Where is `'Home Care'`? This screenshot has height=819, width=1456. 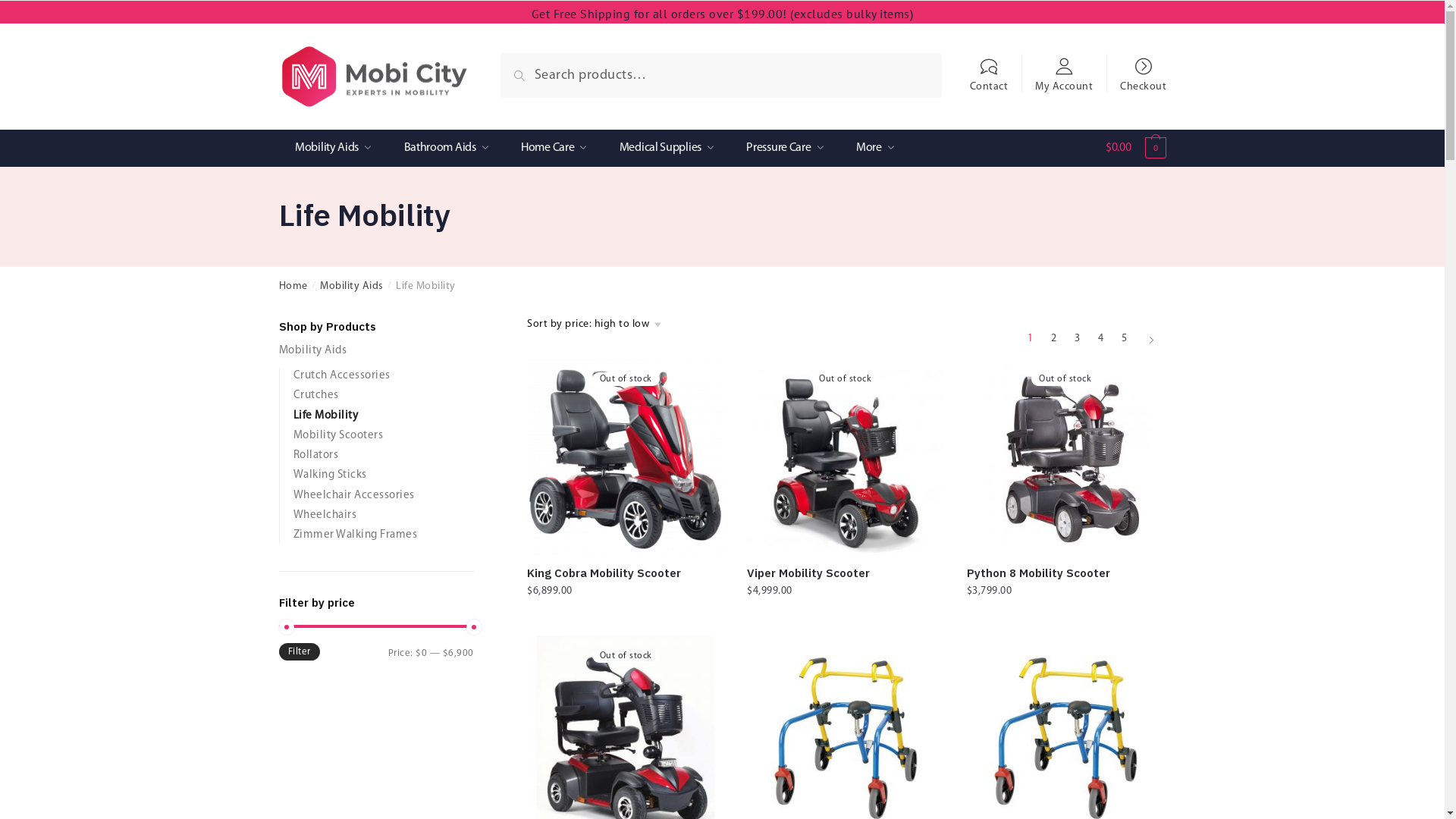 'Home Care' is located at coordinates (553, 148).